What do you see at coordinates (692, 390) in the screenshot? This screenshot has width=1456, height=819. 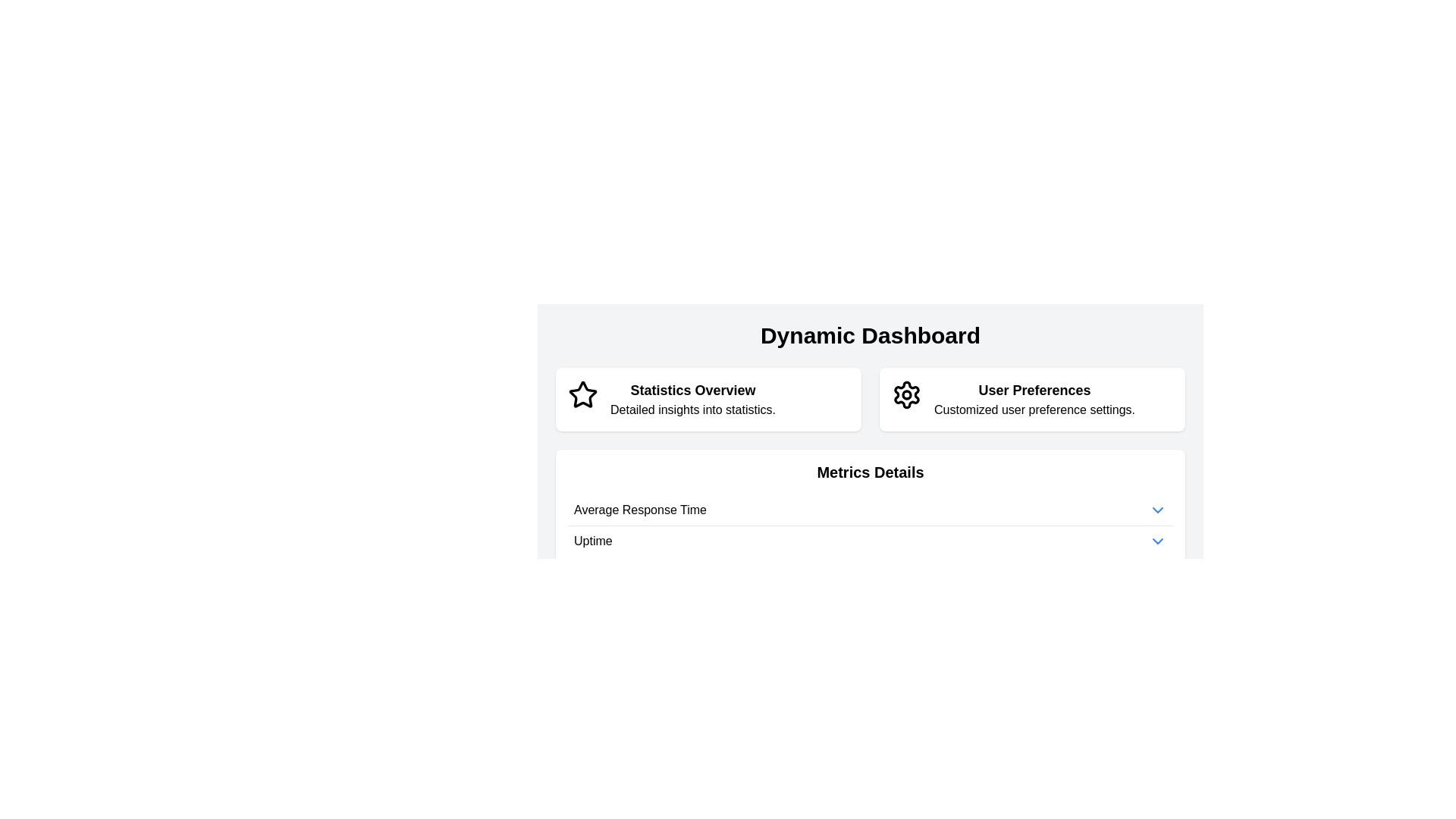 I see `text label titled 'Statistics Overview' which is styled in bold and prominently positioned as a header within the interface` at bounding box center [692, 390].